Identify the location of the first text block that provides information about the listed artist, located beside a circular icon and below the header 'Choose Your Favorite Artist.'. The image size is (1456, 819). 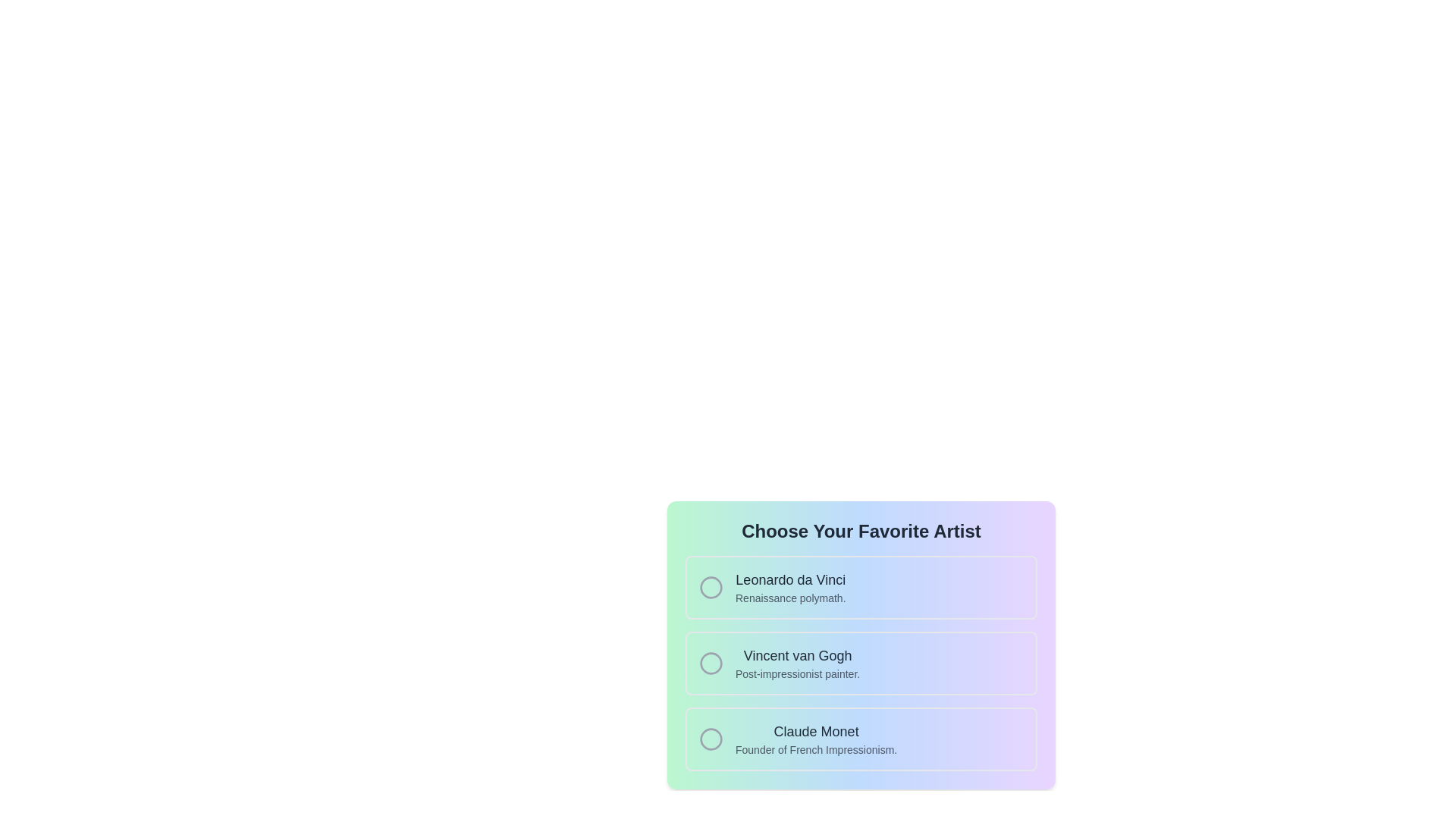
(789, 587).